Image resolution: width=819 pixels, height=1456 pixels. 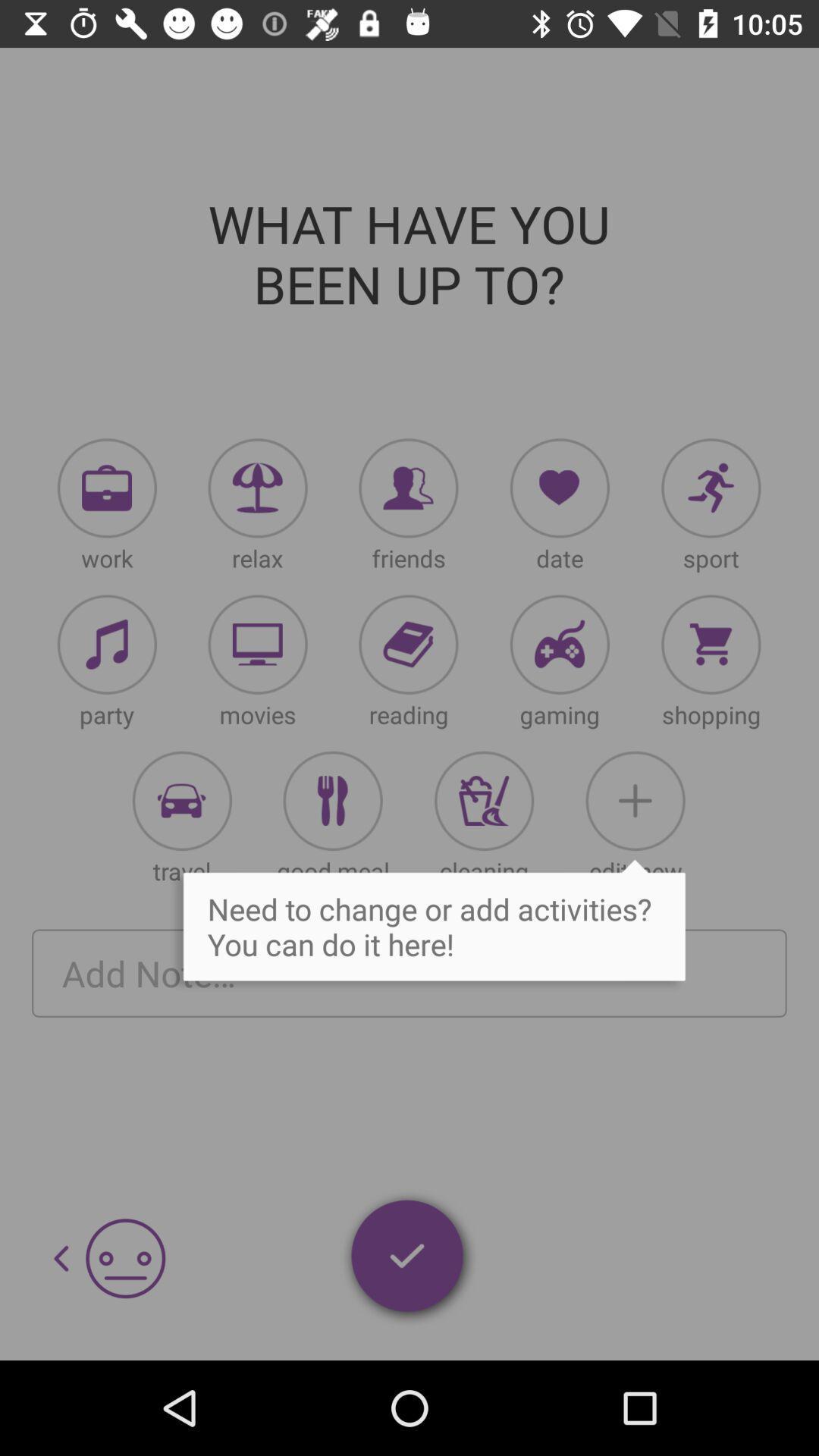 What do you see at coordinates (711, 488) in the screenshot?
I see `choose sport` at bounding box center [711, 488].